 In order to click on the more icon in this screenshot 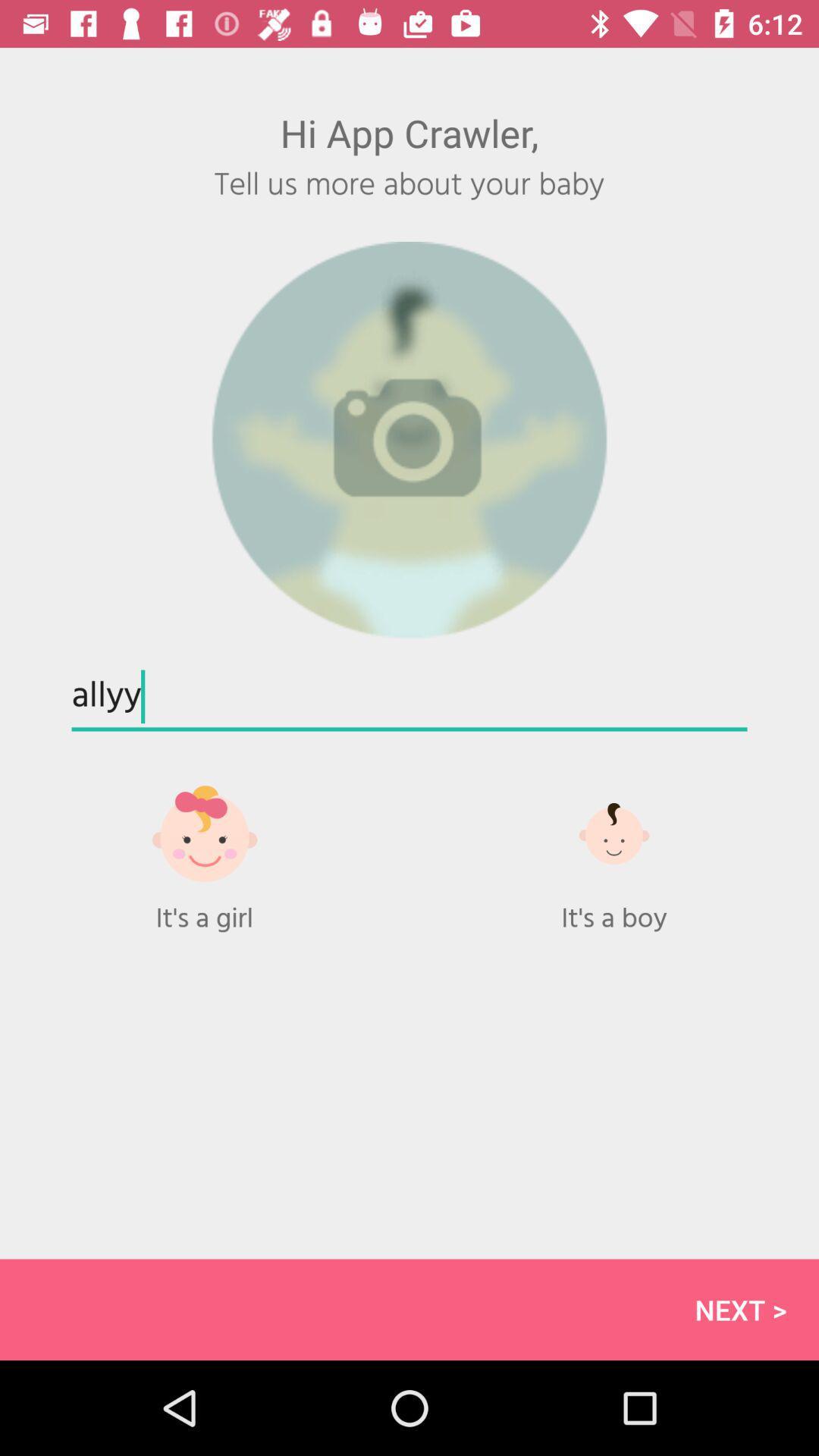, I will do `click(614, 833)`.